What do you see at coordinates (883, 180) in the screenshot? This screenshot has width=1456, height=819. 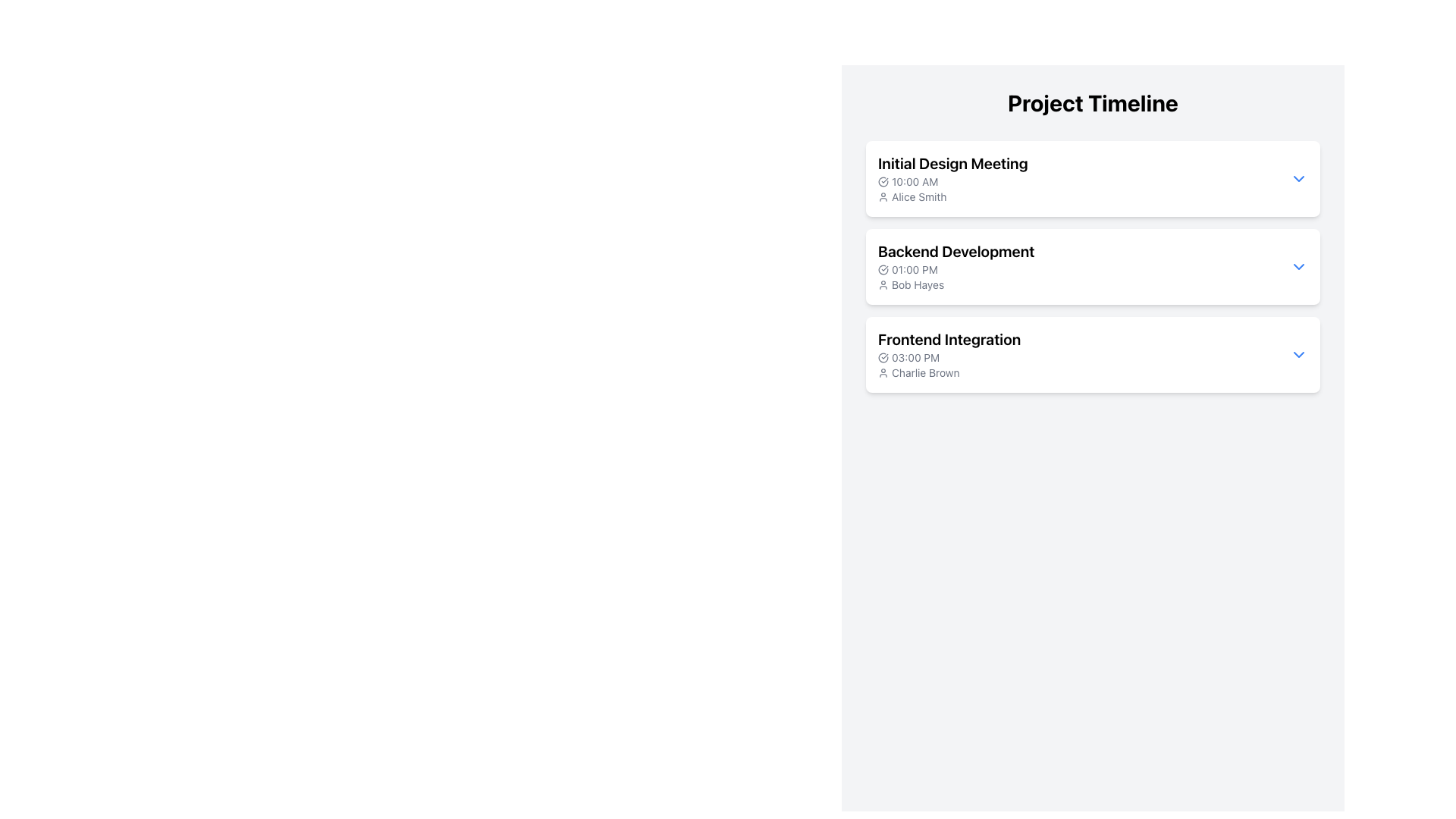 I see `the checkmark SVG icon located next to the text '10:00 AM' in the first entry of the timeline list titled 'Initial Design Meeting'` at bounding box center [883, 180].